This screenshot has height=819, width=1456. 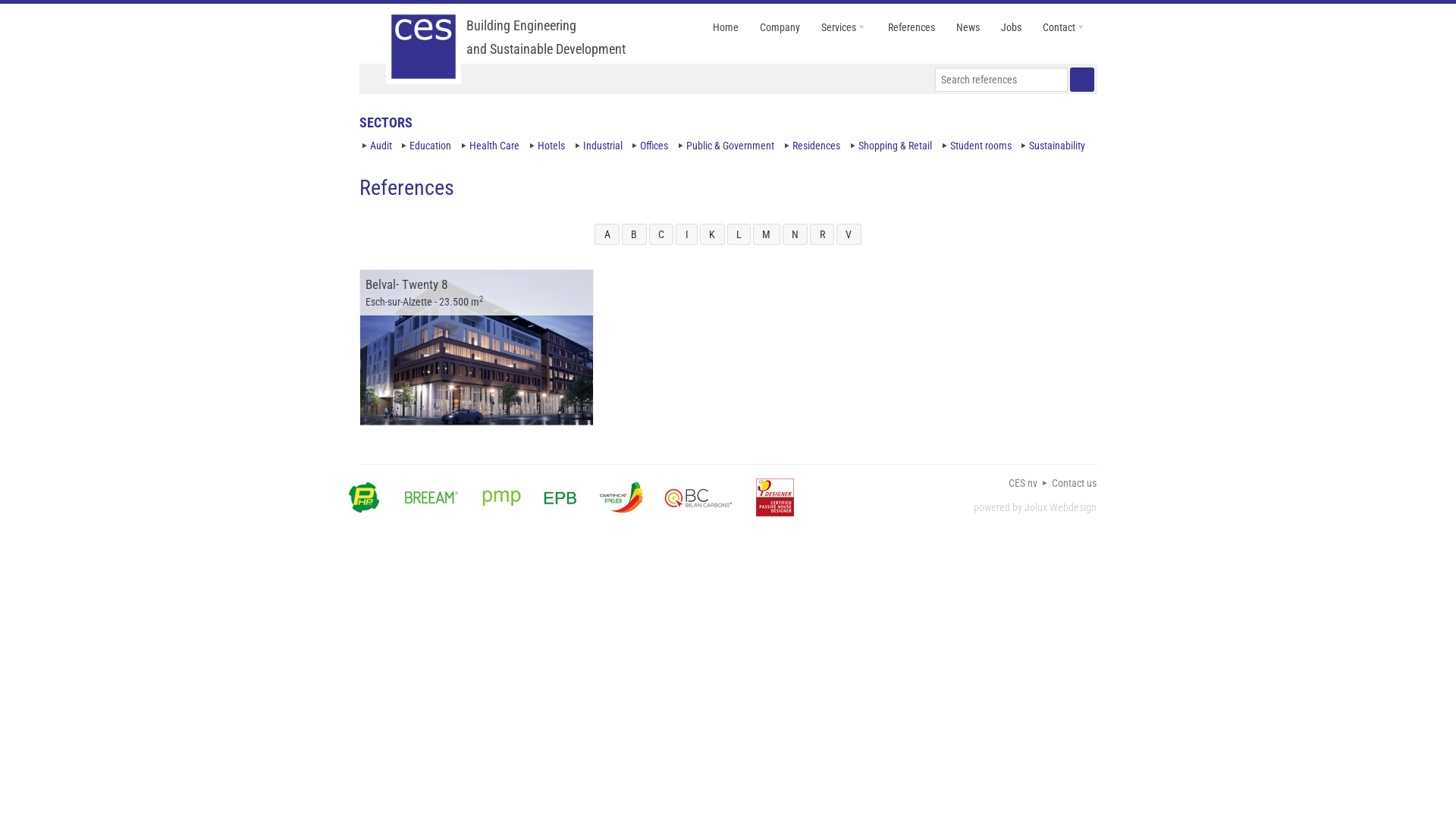 What do you see at coordinates (1073, 482) in the screenshot?
I see `'Contact us'` at bounding box center [1073, 482].